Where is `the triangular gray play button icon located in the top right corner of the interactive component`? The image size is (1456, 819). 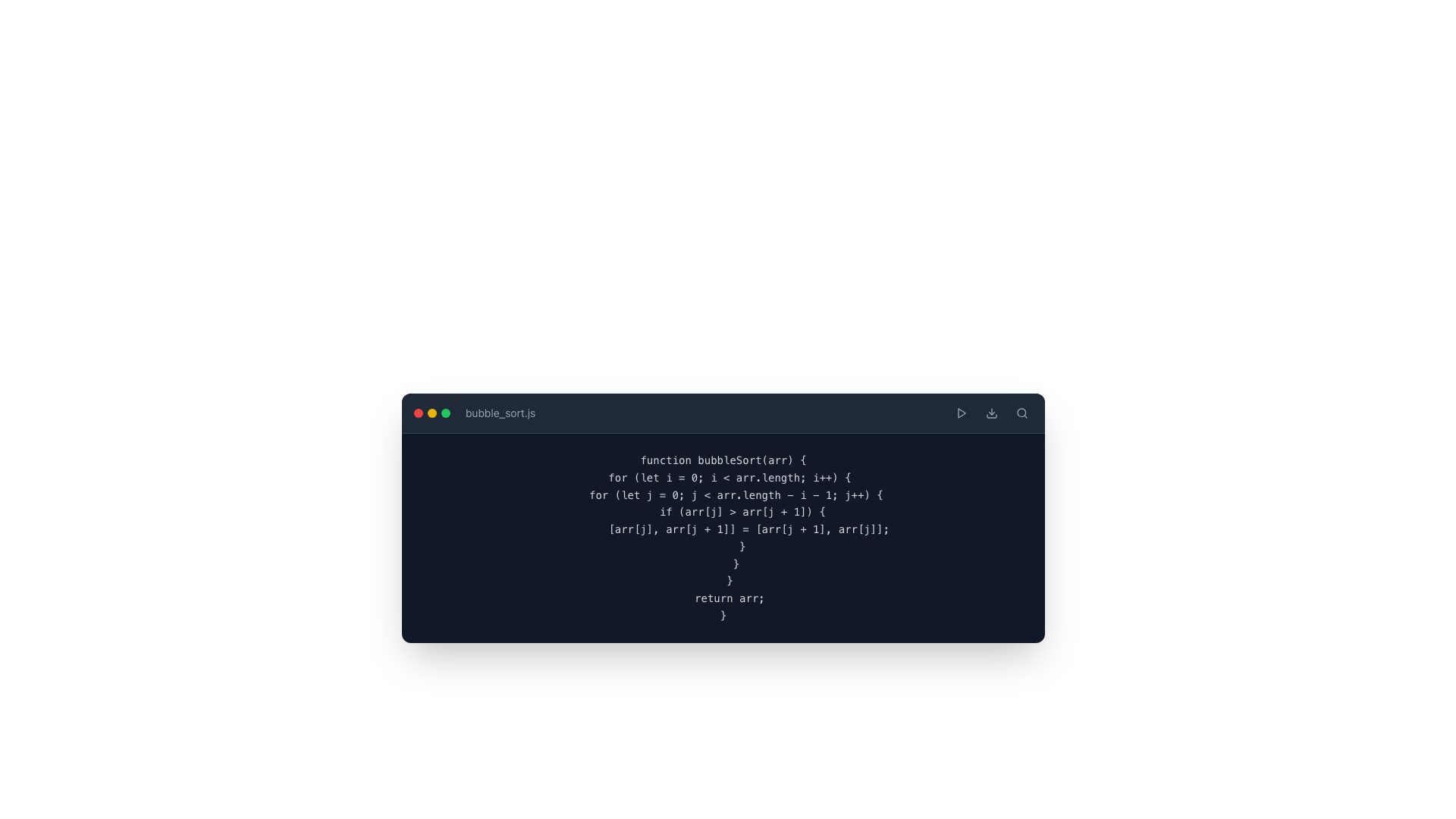 the triangular gray play button icon located in the top right corner of the interactive component is located at coordinates (960, 413).